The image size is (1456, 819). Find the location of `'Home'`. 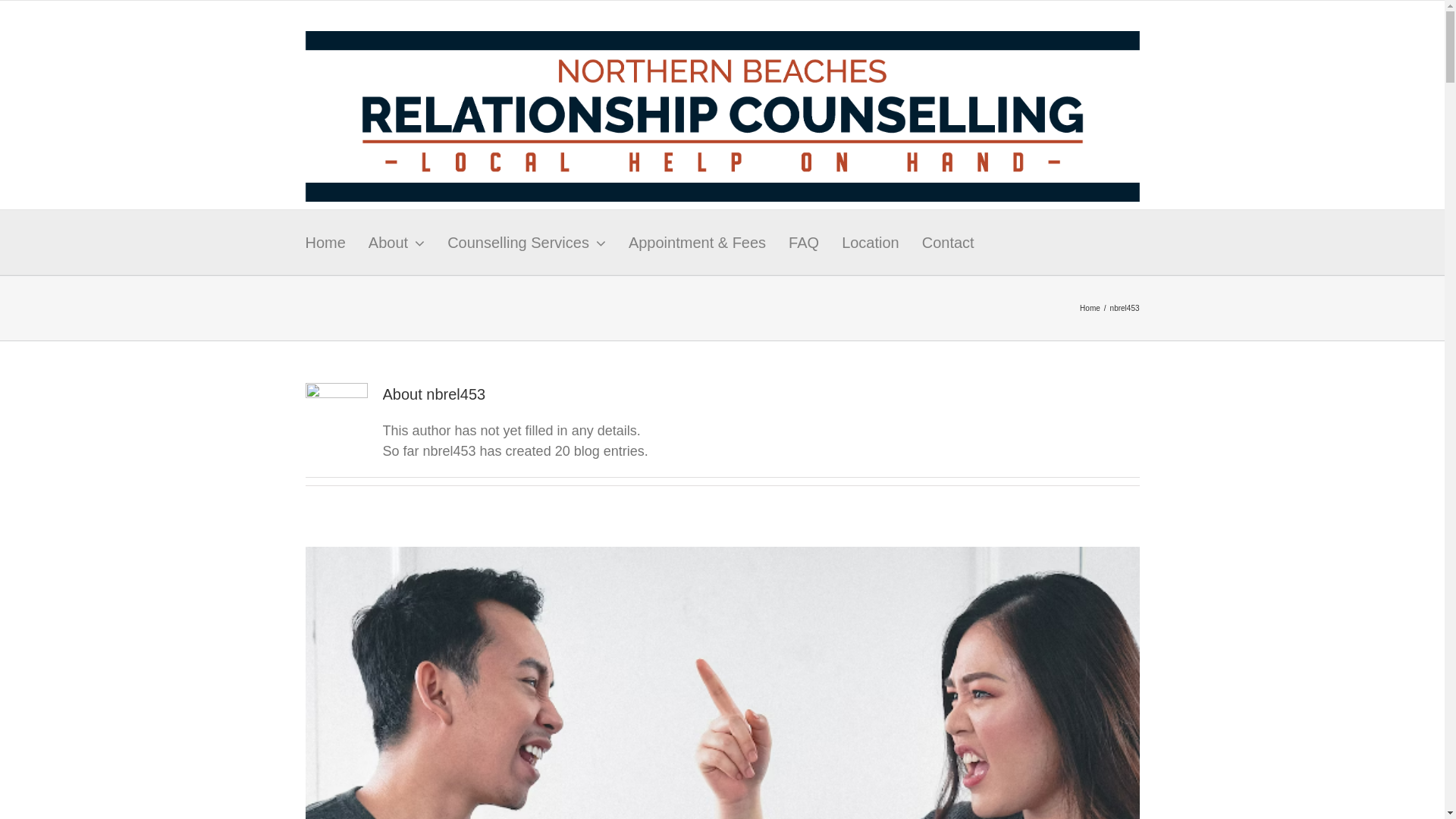

'Home' is located at coordinates (1089, 307).